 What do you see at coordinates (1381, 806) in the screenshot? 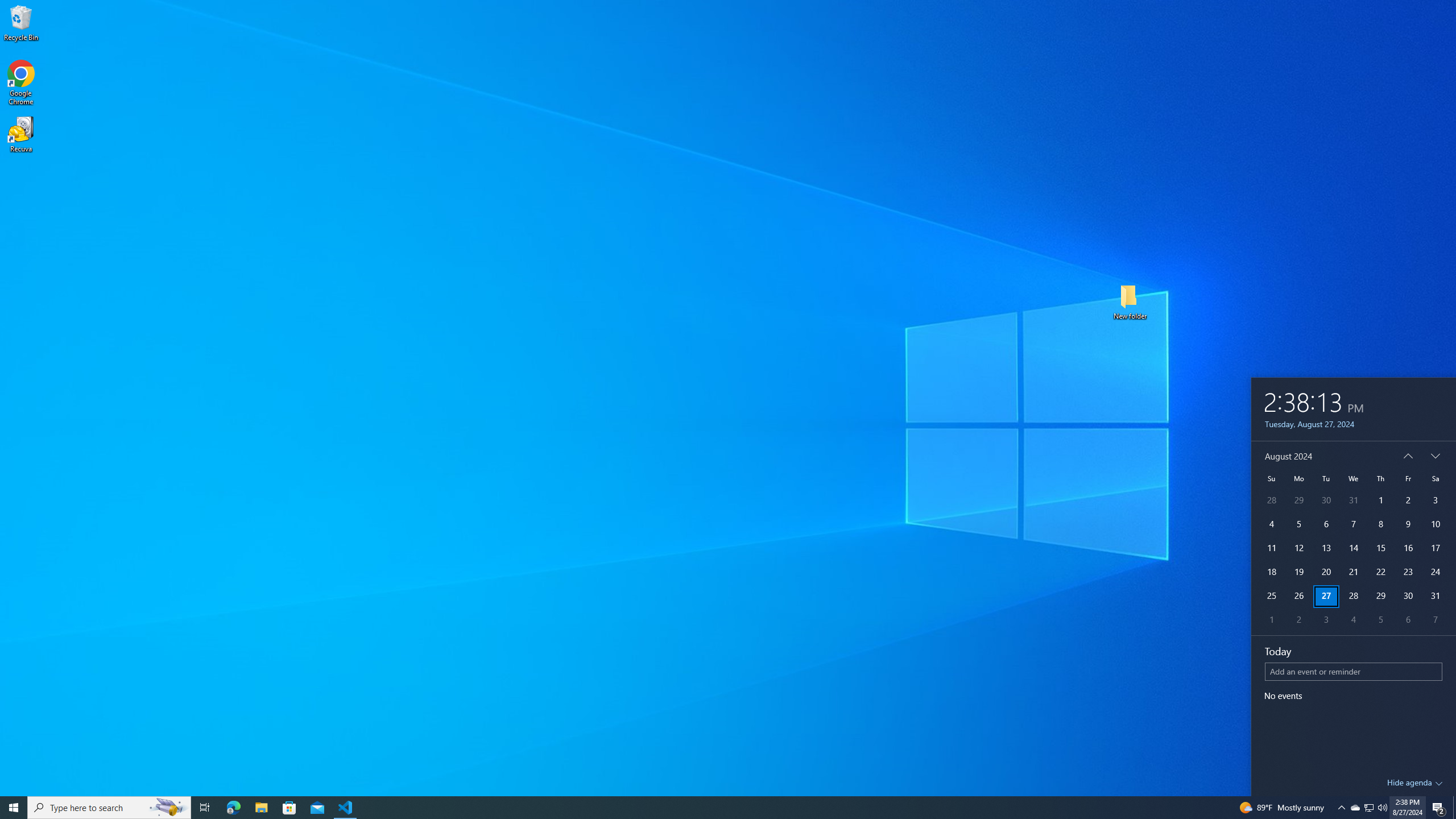
I see `'Q2790: 100%'` at bounding box center [1381, 806].